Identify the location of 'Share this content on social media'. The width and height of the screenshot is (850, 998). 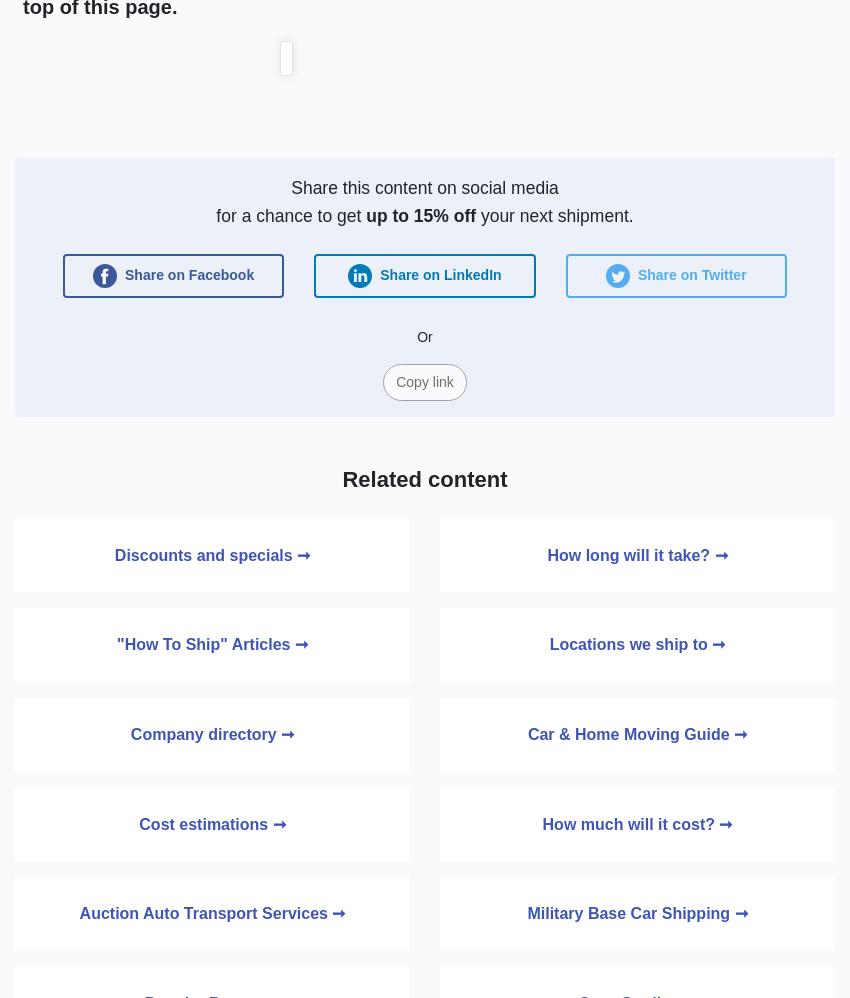
(424, 186).